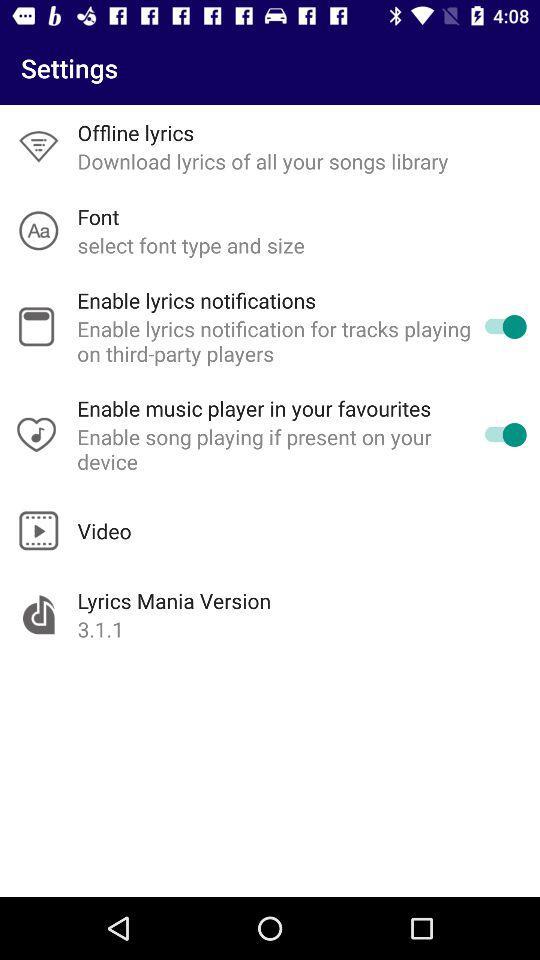 The height and width of the screenshot is (960, 540). What do you see at coordinates (135, 131) in the screenshot?
I see `the icon below the settings` at bounding box center [135, 131].